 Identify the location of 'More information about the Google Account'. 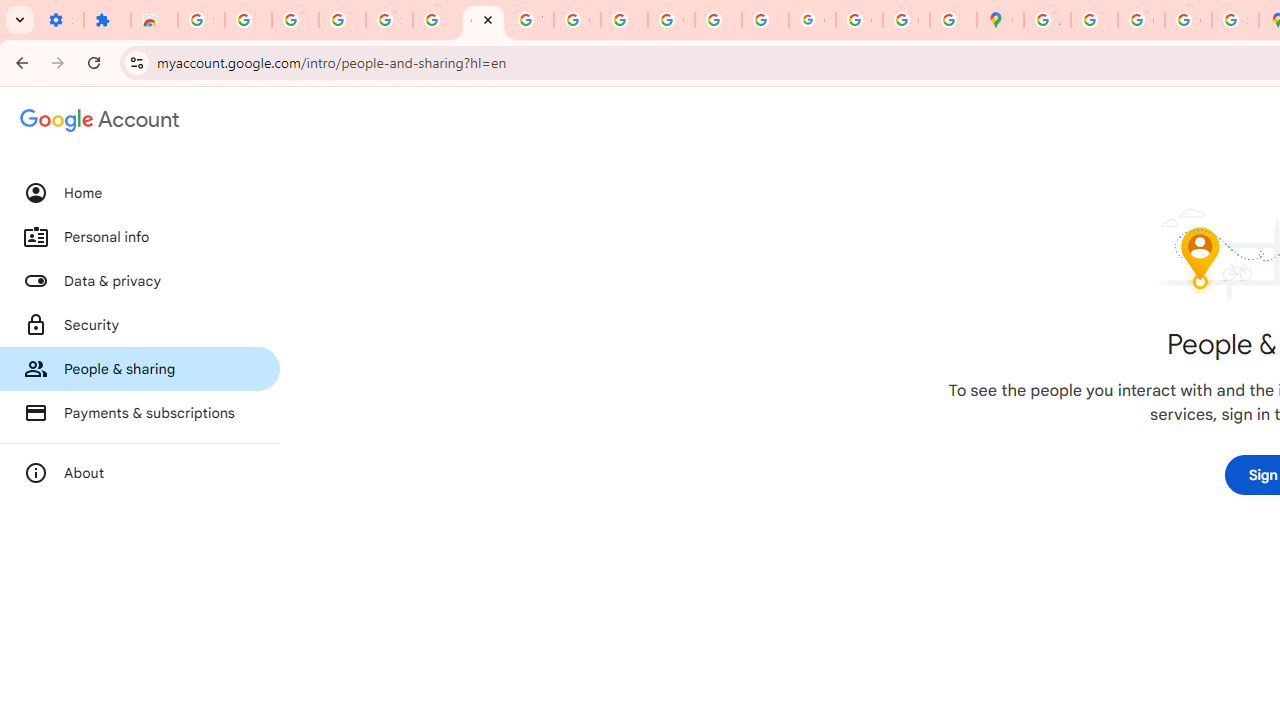
(139, 473).